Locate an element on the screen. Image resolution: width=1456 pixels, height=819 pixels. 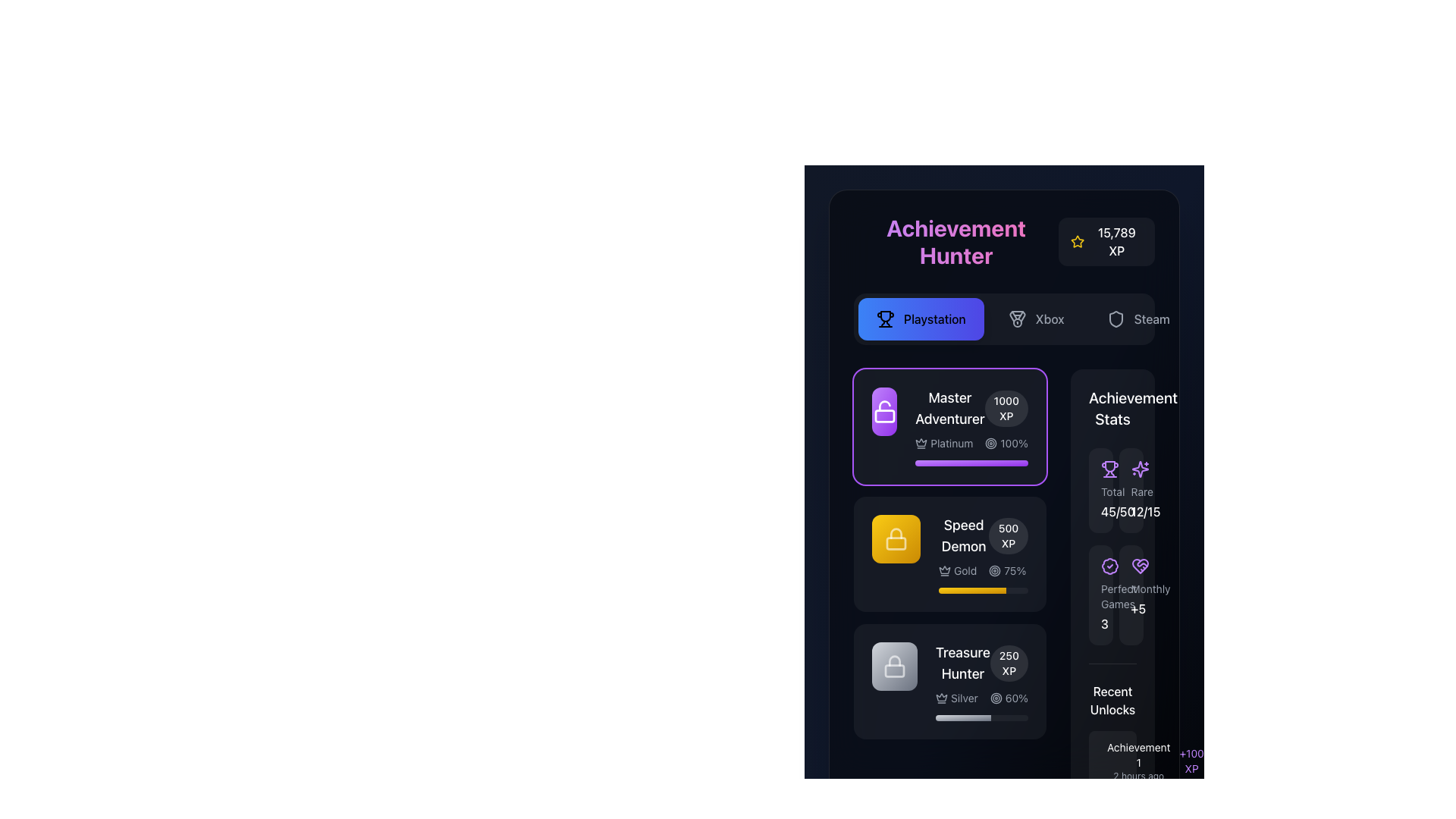
the locked status icon on the 'Speed Demon' achievement card, which is positioned to the left of the labels and progress bar within its card is located at coordinates (896, 538).